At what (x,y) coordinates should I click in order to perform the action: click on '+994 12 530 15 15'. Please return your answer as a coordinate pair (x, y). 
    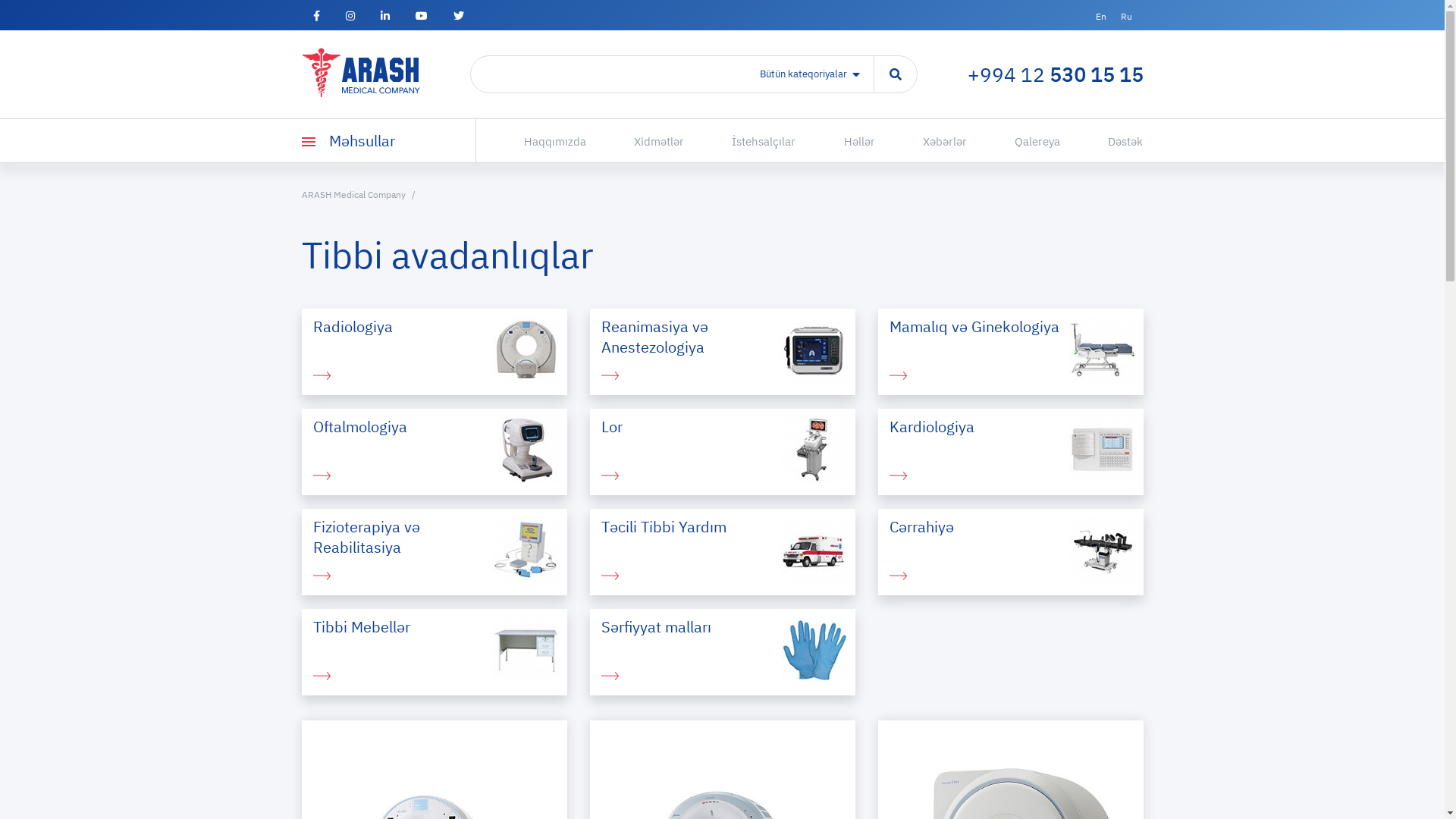
    Looking at the image, I should click on (967, 74).